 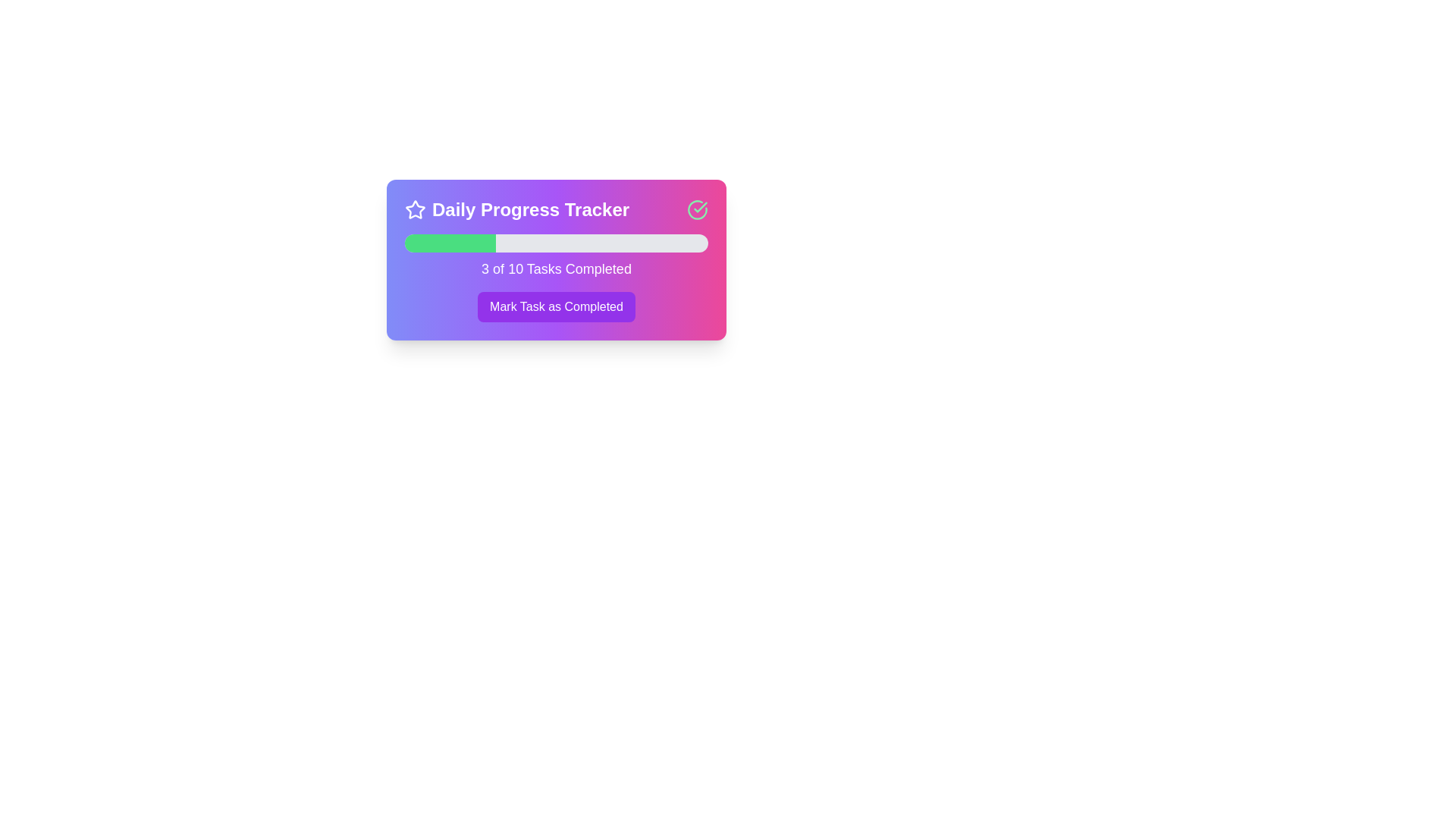 I want to click on the rectangular button with rounded corners and a purple background labeled 'Mark Task as Completed' to mark a task as completed, so click(x=556, y=307).